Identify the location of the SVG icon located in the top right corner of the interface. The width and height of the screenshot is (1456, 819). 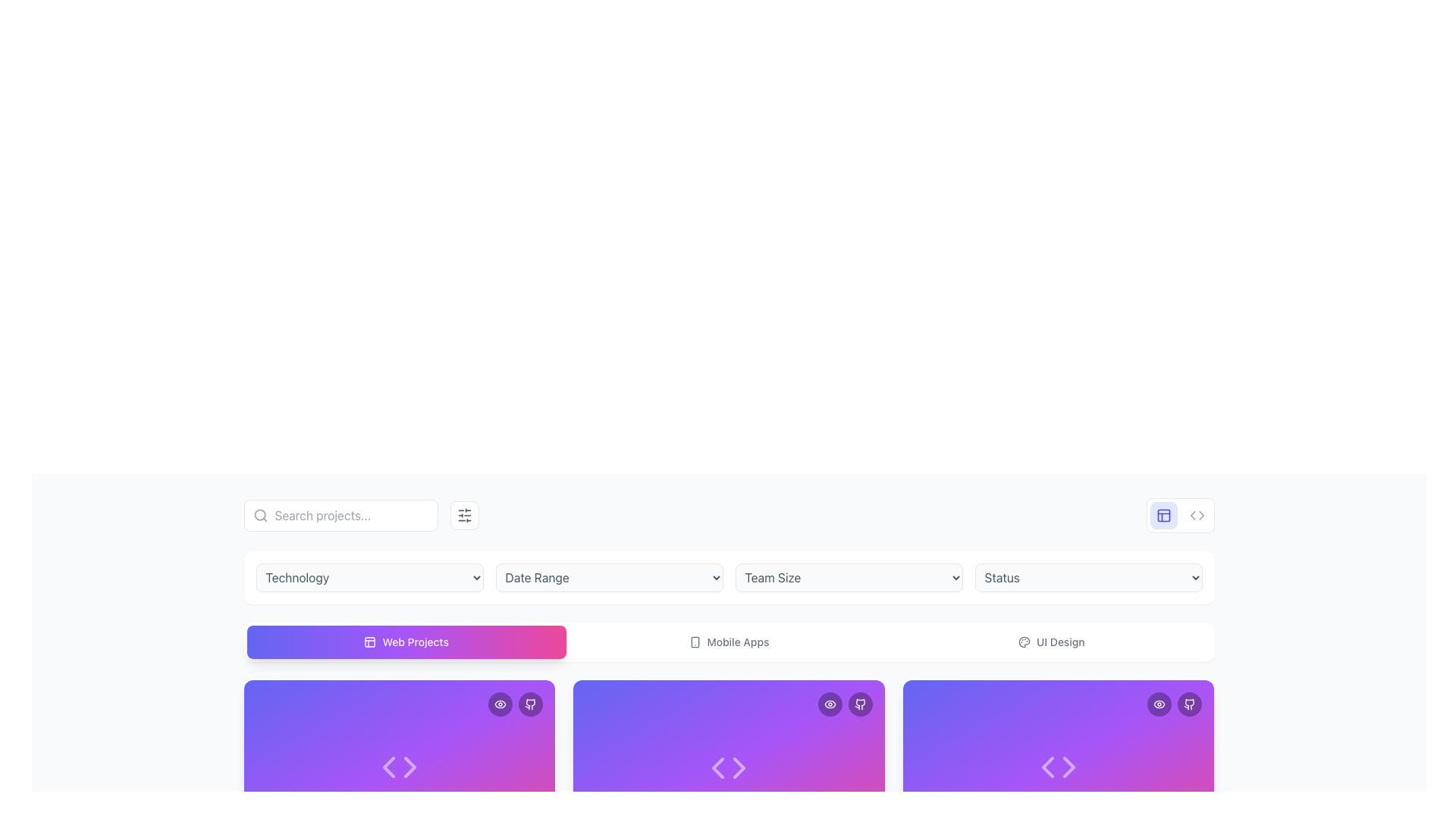
(1163, 514).